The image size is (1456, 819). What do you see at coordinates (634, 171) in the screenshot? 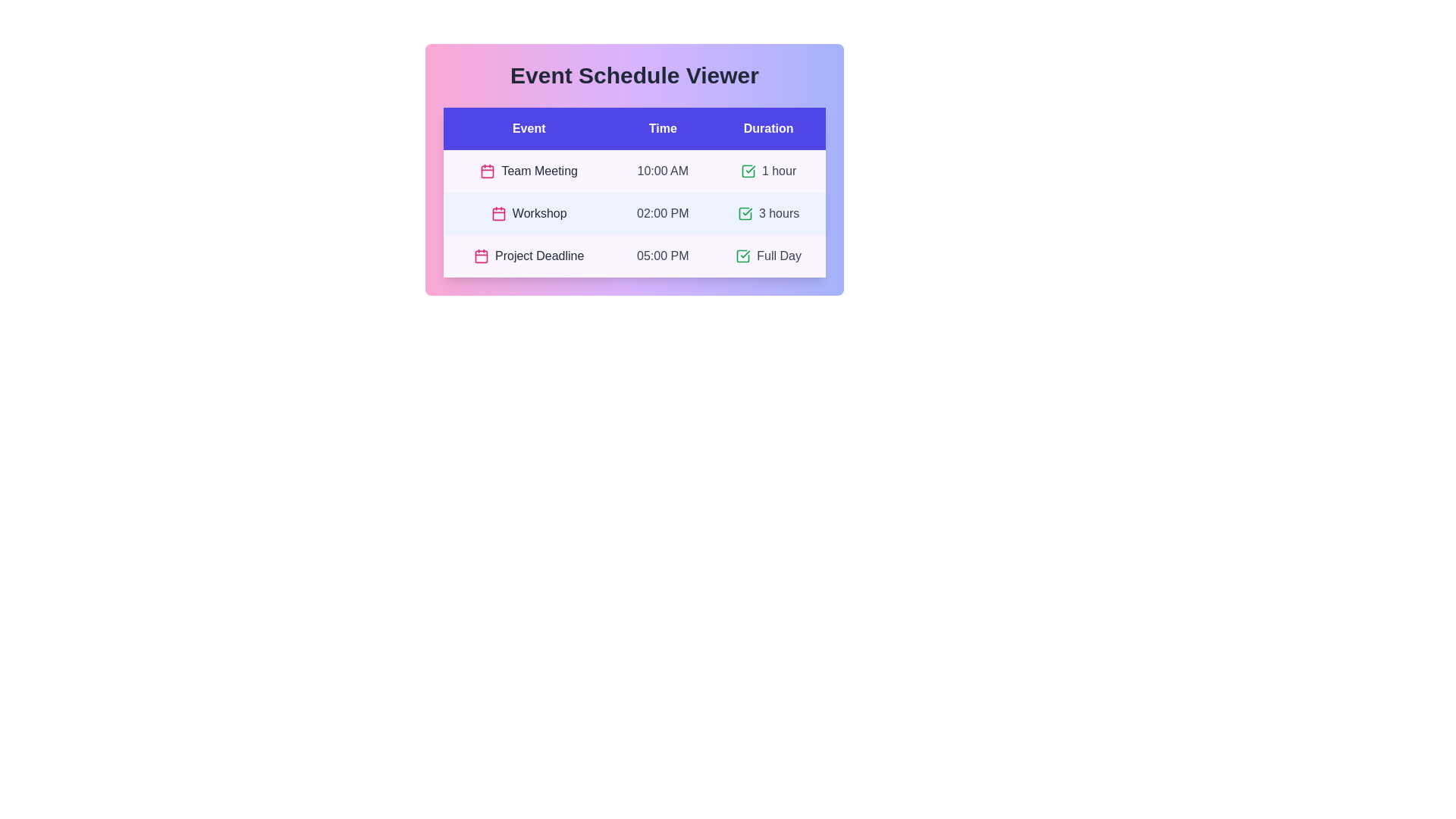
I see `the row corresponding to Team Meeting` at bounding box center [634, 171].